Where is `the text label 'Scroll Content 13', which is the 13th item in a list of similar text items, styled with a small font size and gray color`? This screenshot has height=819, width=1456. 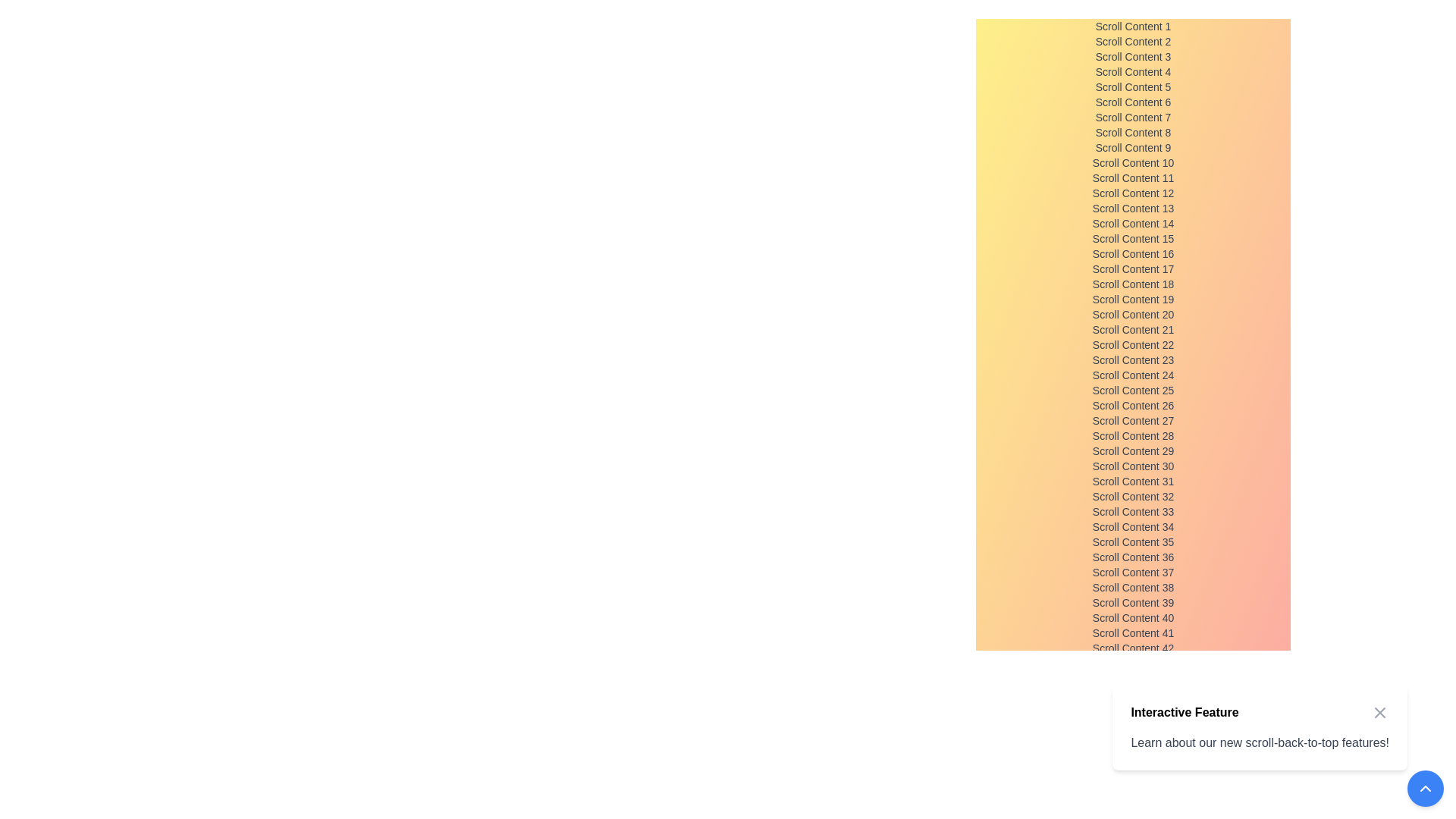
the text label 'Scroll Content 13', which is the 13th item in a list of similar text items, styled with a small font size and gray color is located at coordinates (1133, 208).